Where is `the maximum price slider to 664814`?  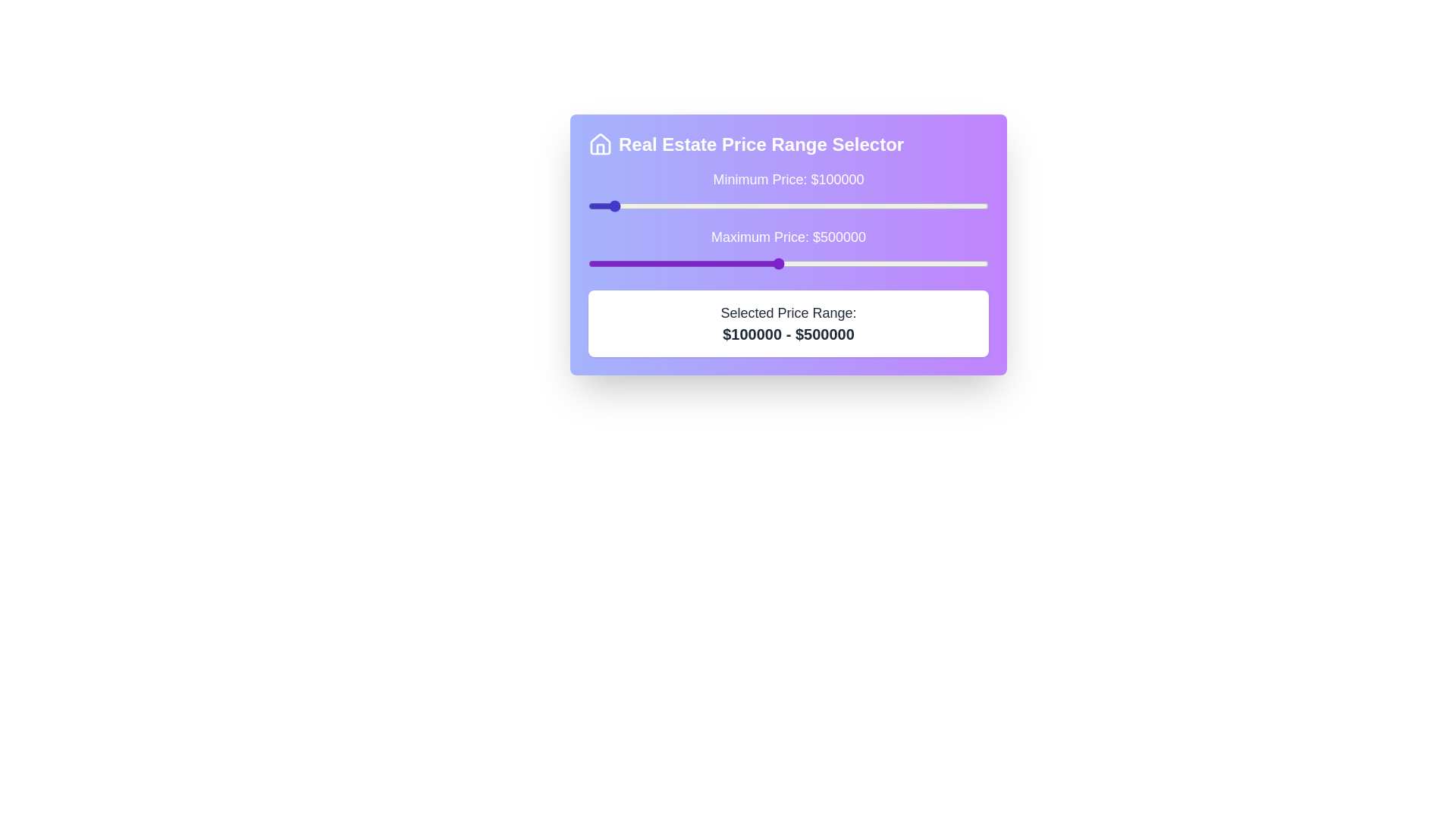
the maximum price slider to 664814 is located at coordinates (846, 262).